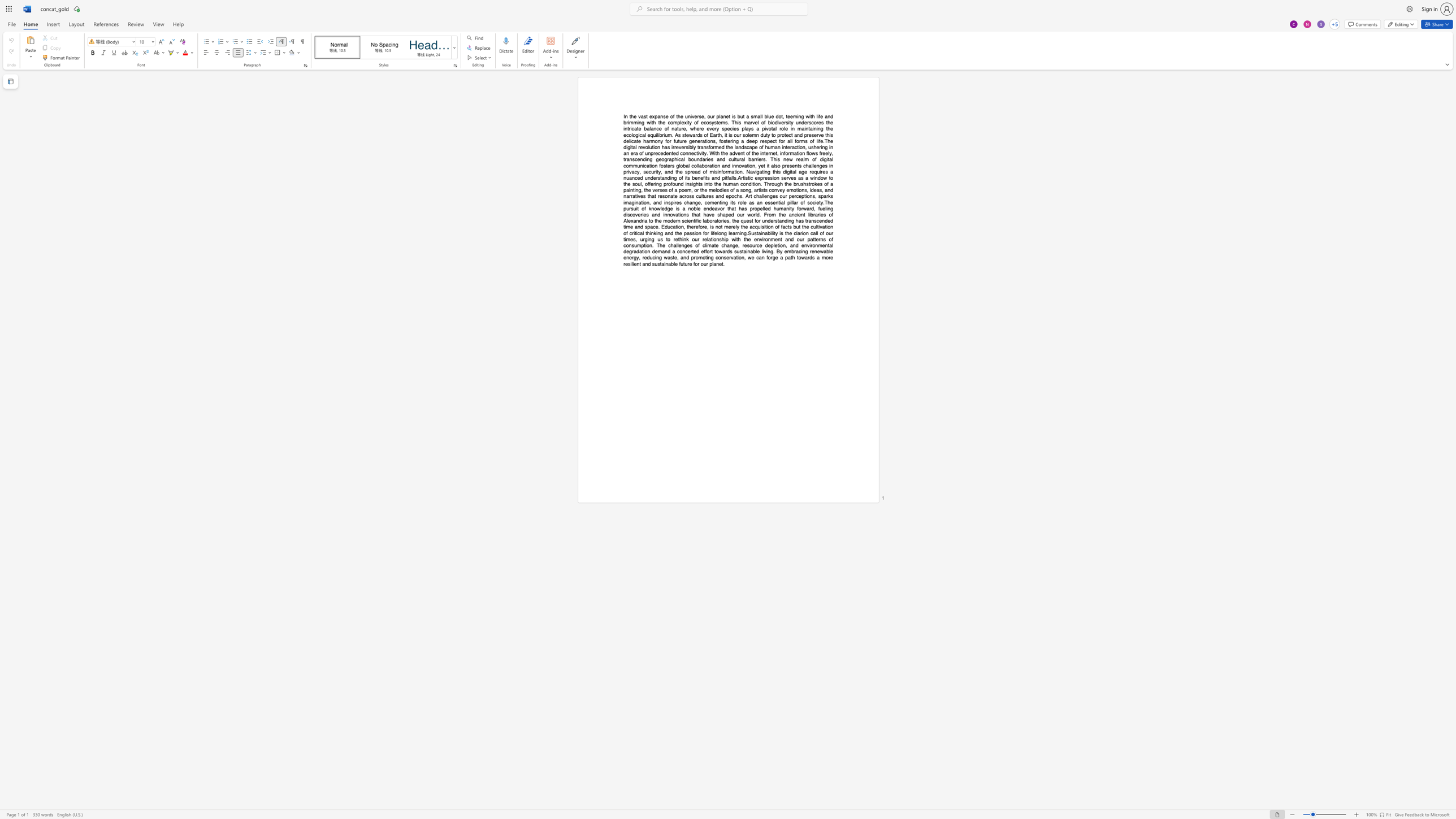 The image size is (1456, 819). Describe the element at coordinates (761, 232) in the screenshot. I see `the 2th character "i" in the text` at that location.